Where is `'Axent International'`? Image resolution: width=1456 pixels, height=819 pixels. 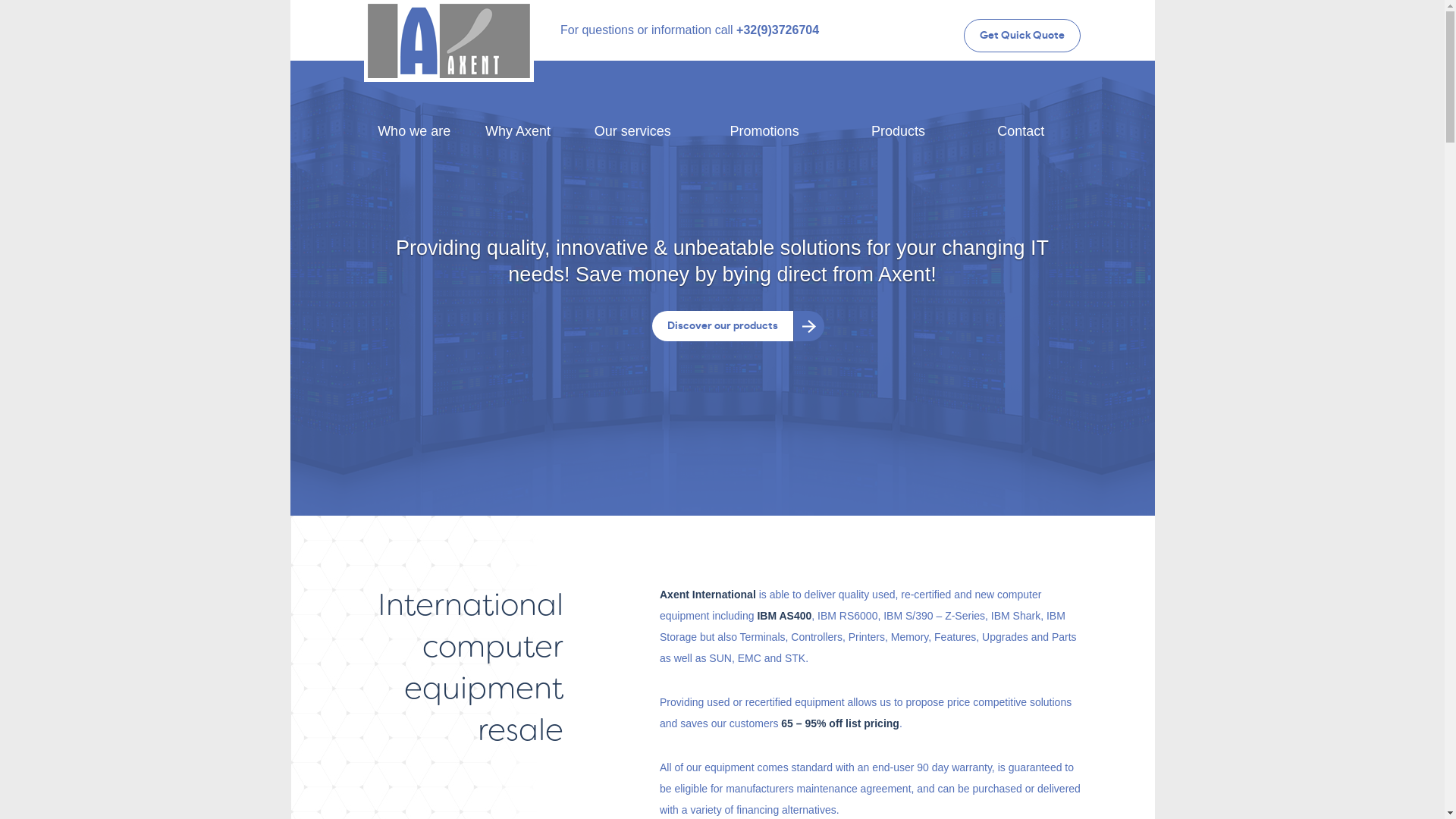 'Axent International' is located at coordinates (447, 18).